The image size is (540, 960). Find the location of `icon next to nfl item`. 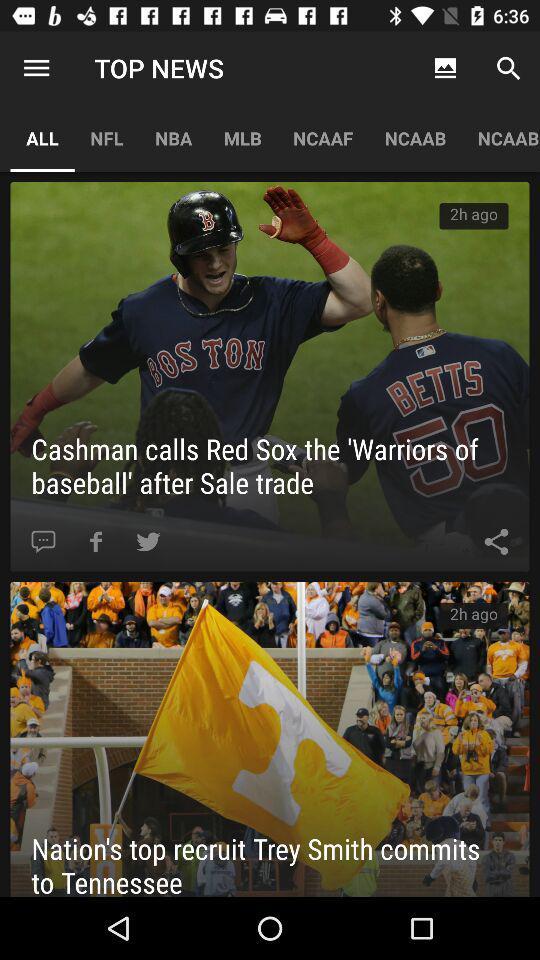

icon next to nfl item is located at coordinates (36, 68).